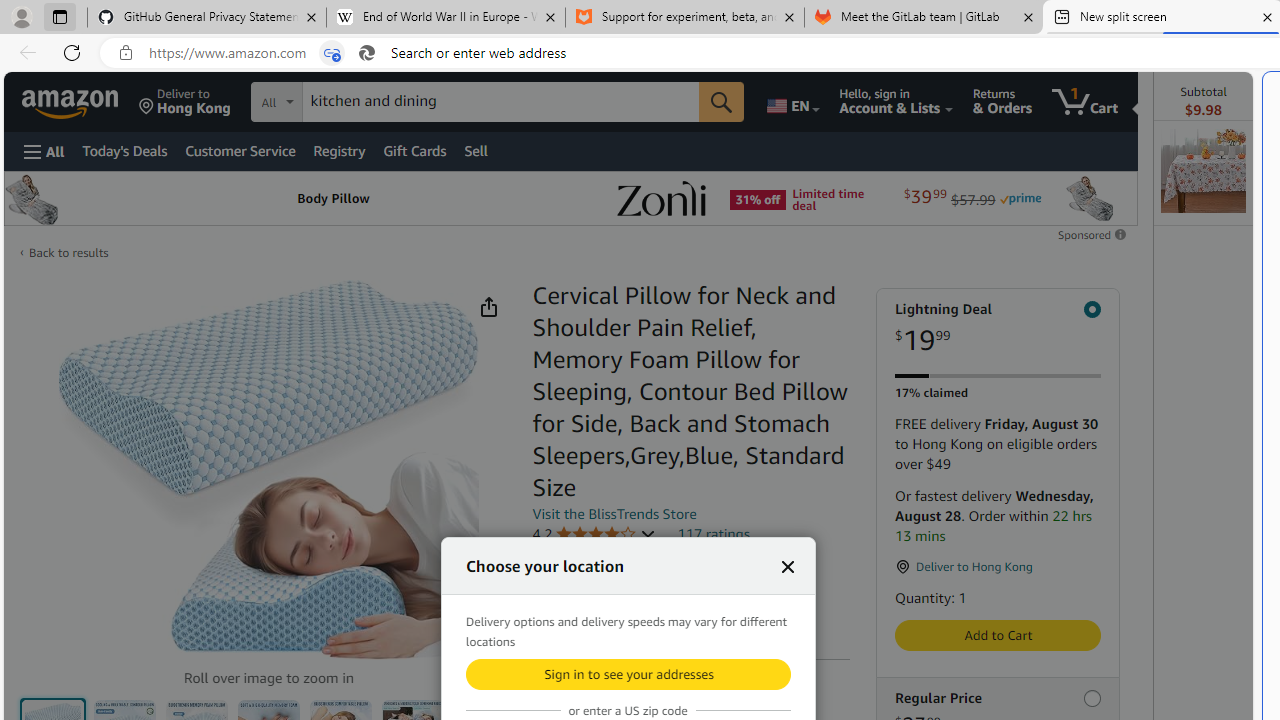  What do you see at coordinates (895, 101) in the screenshot?
I see `'Hello, sign in Account & Lists'` at bounding box center [895, 101].